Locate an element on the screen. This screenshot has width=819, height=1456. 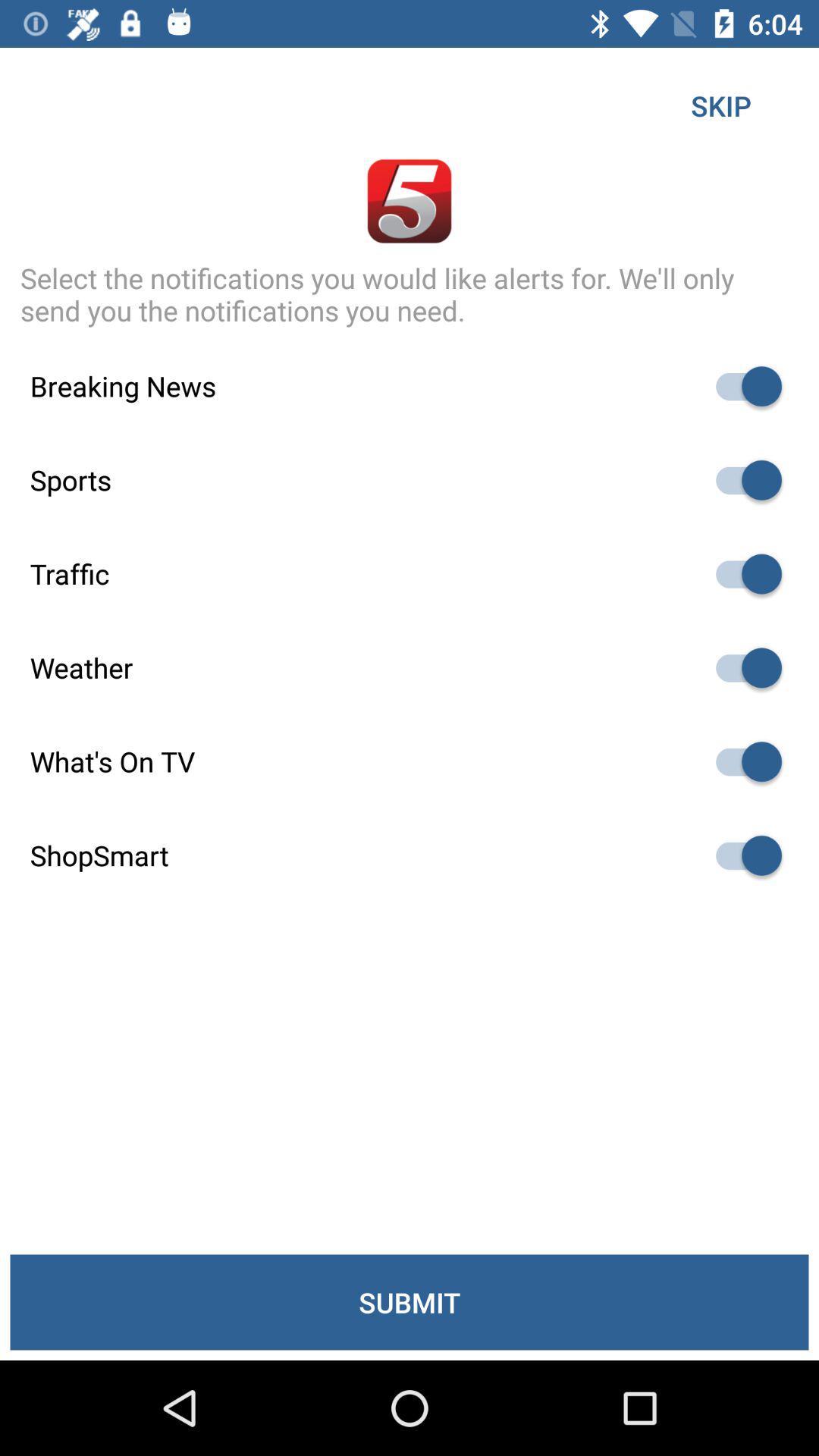
shop is located at coordinates (741, 855).